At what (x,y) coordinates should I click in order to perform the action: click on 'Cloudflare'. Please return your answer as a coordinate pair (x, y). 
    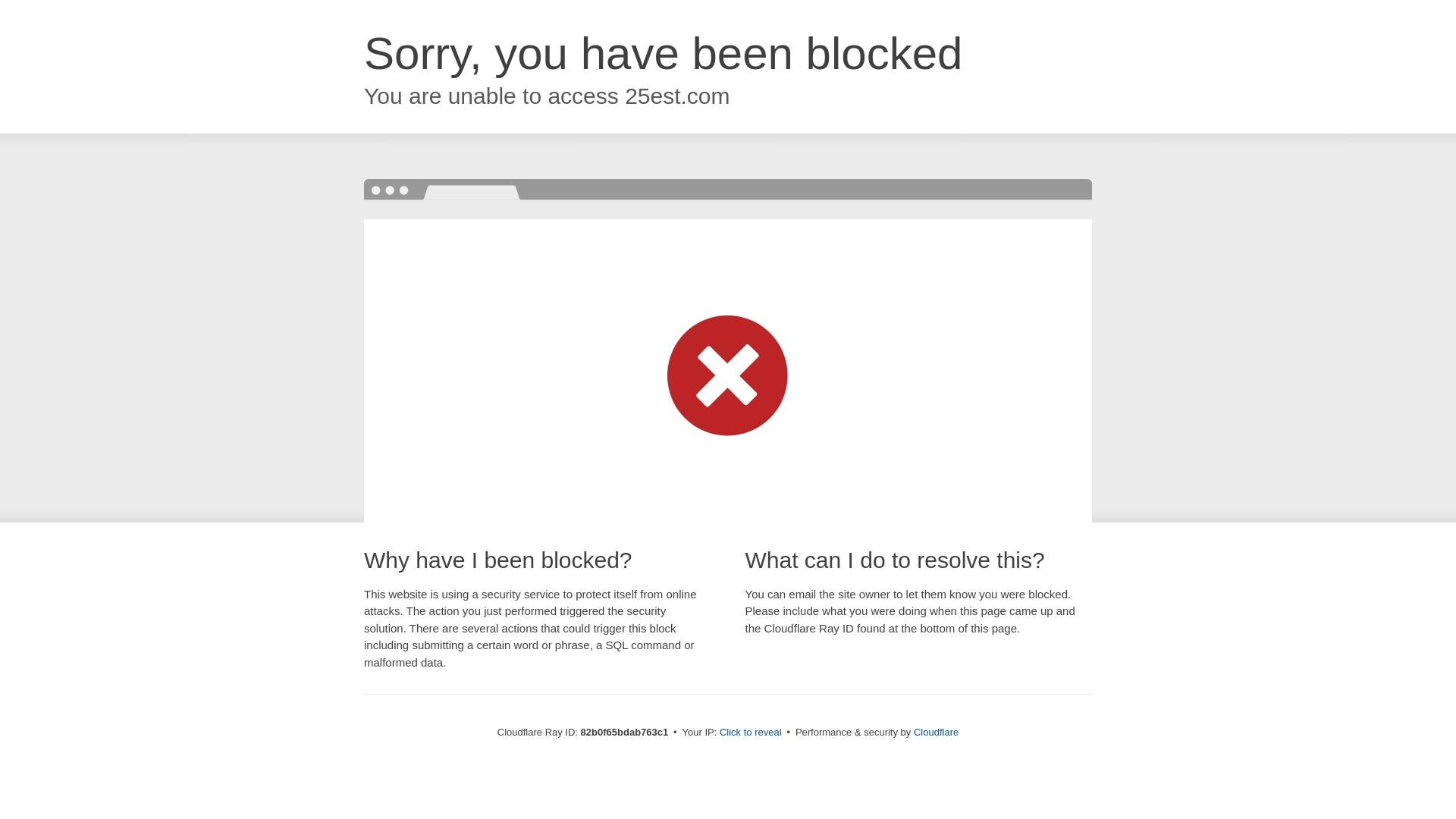
    Looking at the image, I should click on (935, 731).